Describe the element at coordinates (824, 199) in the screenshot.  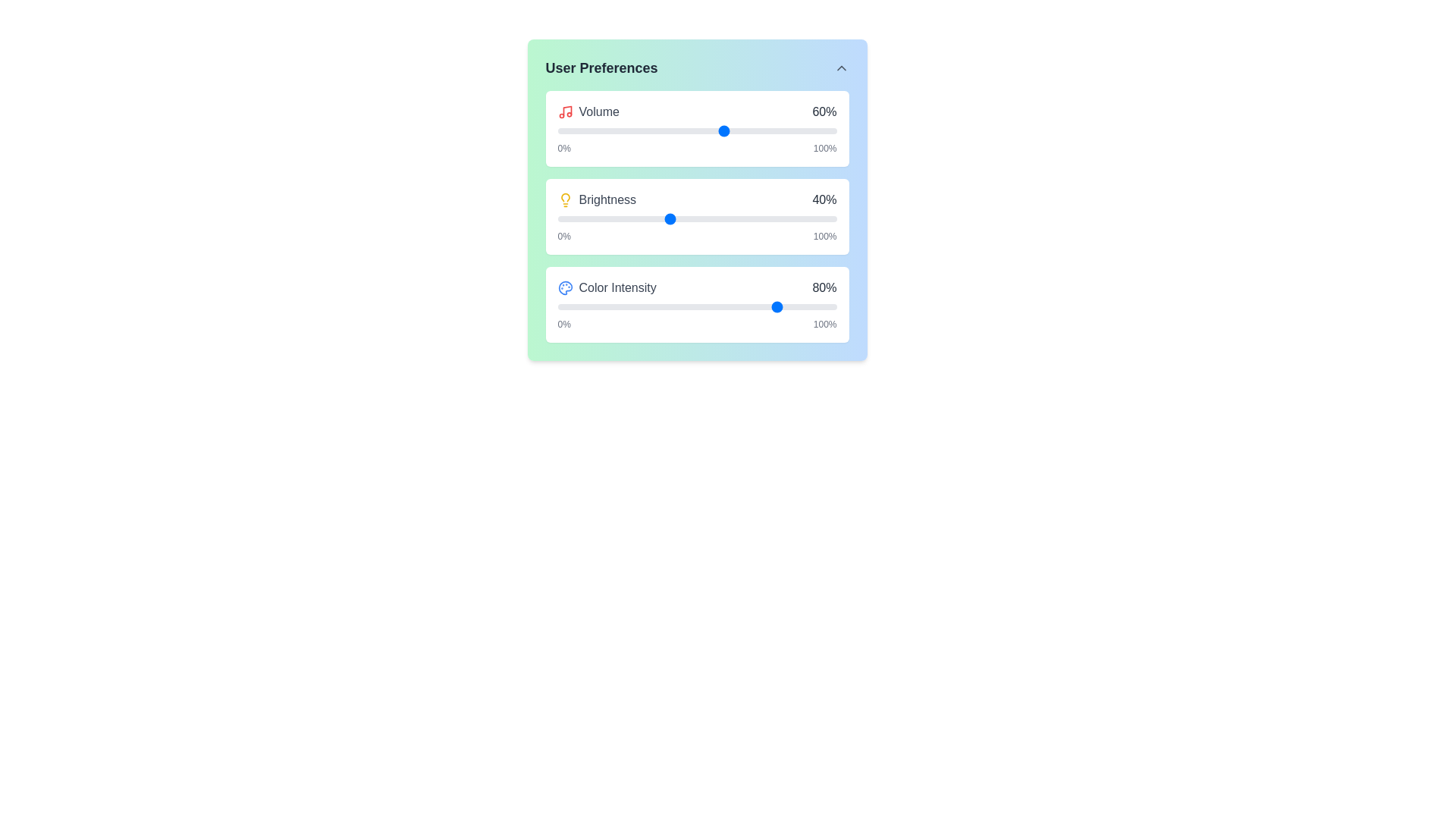
I see `the static text element displaying '40%' located on the right side of the 'Brightness' slider in the user preferences section` at that location.